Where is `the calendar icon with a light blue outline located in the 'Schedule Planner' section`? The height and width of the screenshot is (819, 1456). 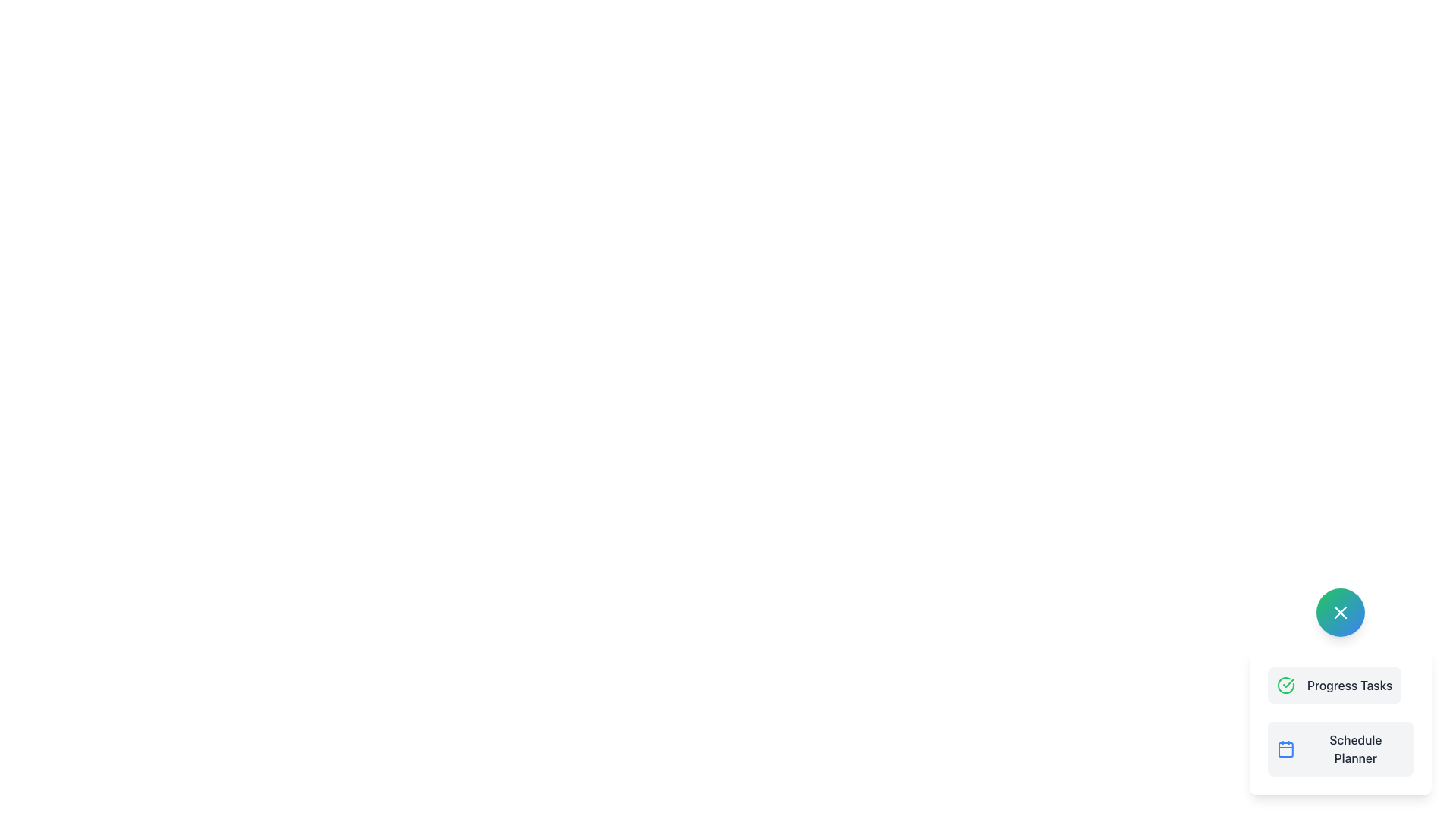
the calendar icon with a light blue outline located in the 'Schedule Planner' section is located at coordinates (1285, 748).